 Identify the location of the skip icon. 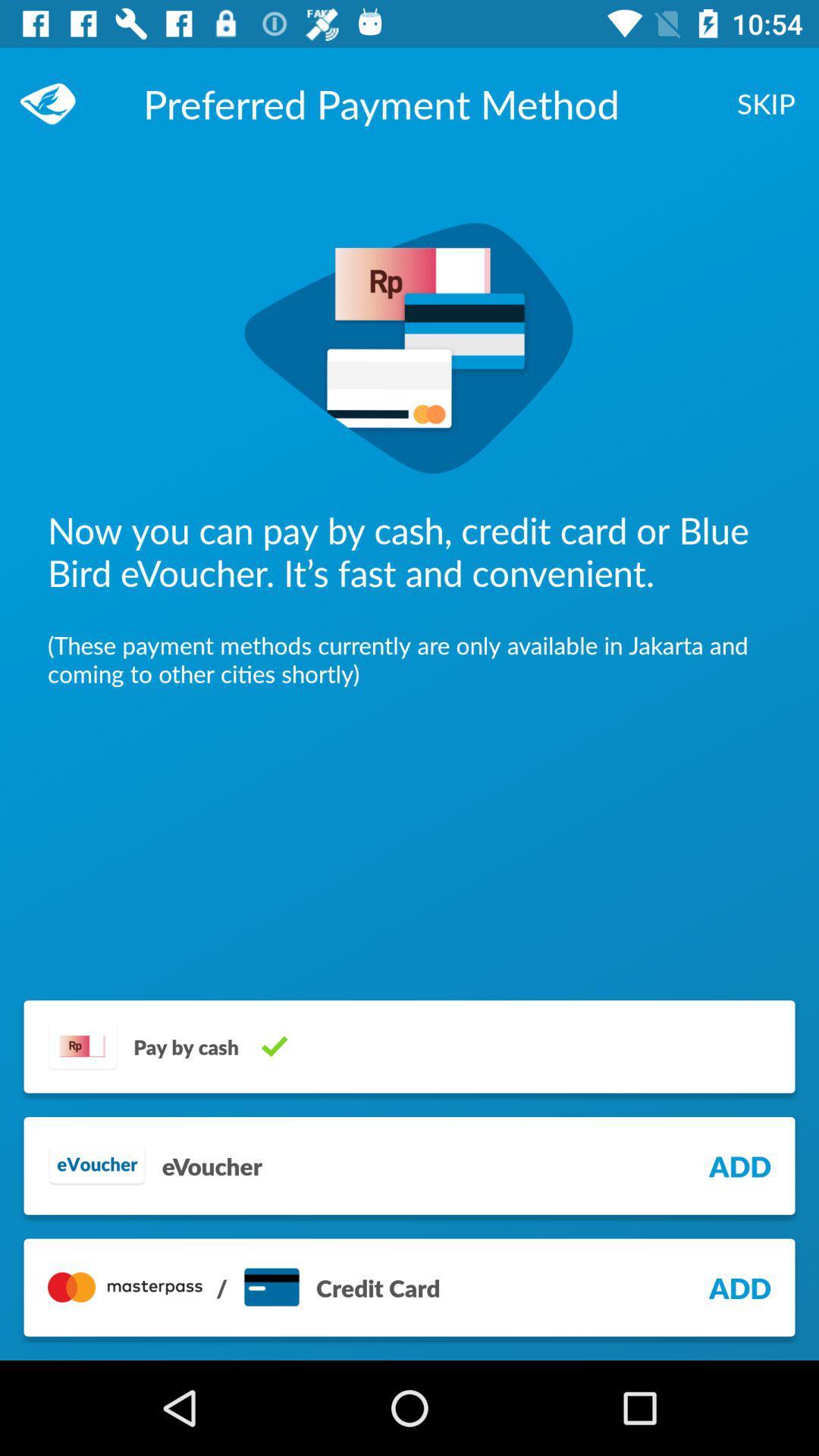
(766, 102).